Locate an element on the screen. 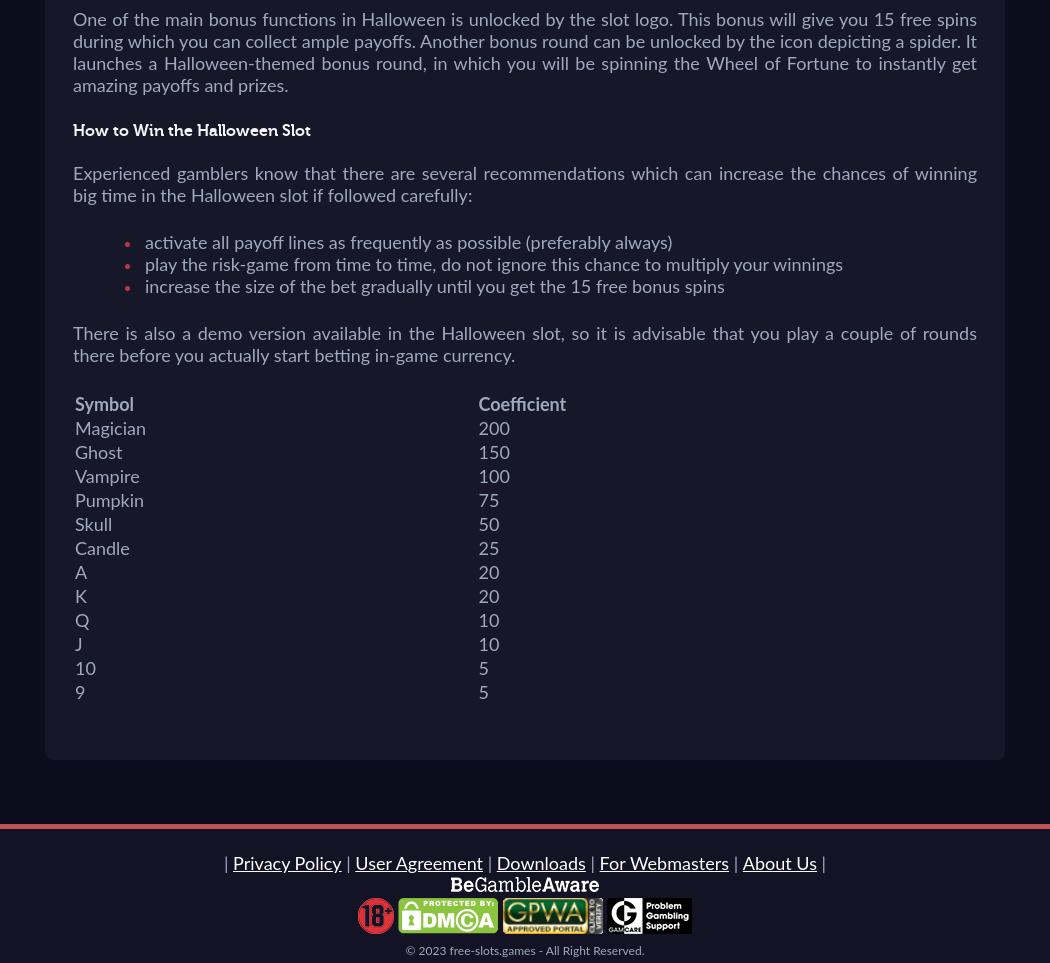 The image size is (1050, 963). 'One of the main bonus functions in Halloween is unlocked by the slot logo. This bonus will give you 15 free spins during which you can collect ample payoffs. Another bonus round can be unlocked by the icon depicting a spider. It launches a Halloween-themed bonus round, in which you will be spinning the Wheel of Fortune to instantly get amazing payoffs and prizes.' is located at coordinates (525, 54).